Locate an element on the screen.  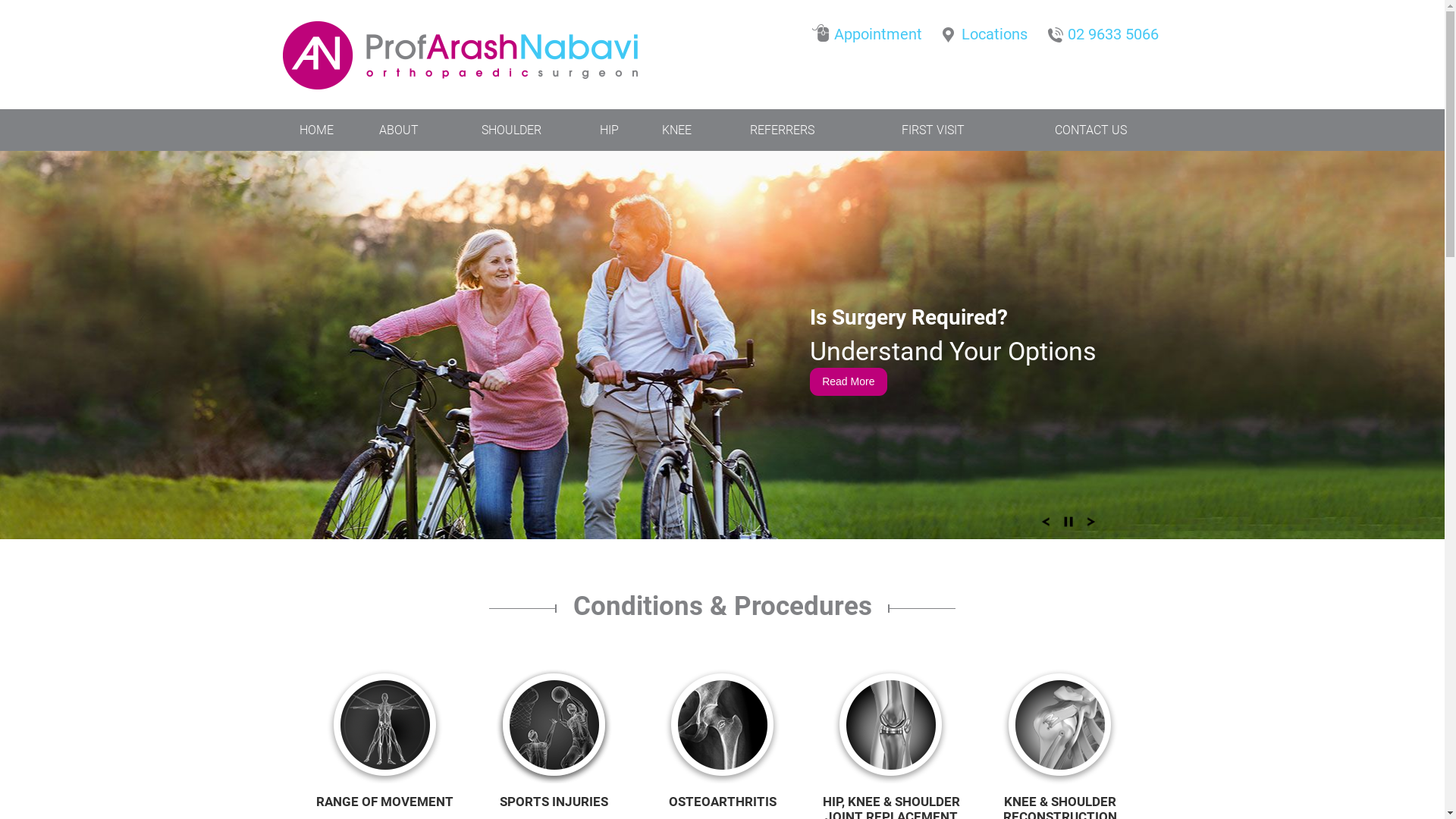
'02 9633 5066' is located at coordinates (1043, 30).